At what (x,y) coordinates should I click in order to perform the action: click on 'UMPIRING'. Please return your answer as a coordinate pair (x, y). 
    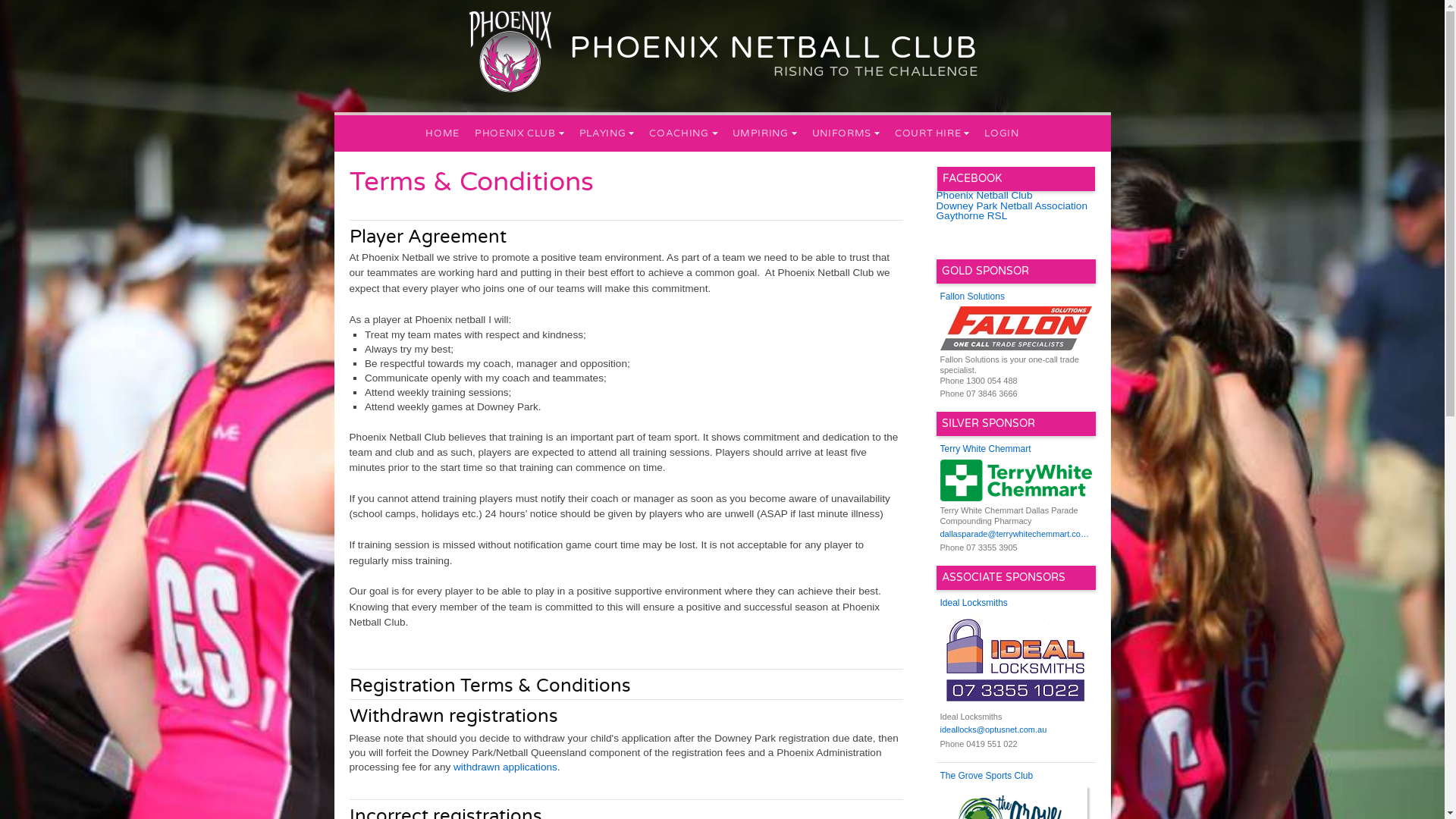
    Looking at the image, I should click on (764, 133).